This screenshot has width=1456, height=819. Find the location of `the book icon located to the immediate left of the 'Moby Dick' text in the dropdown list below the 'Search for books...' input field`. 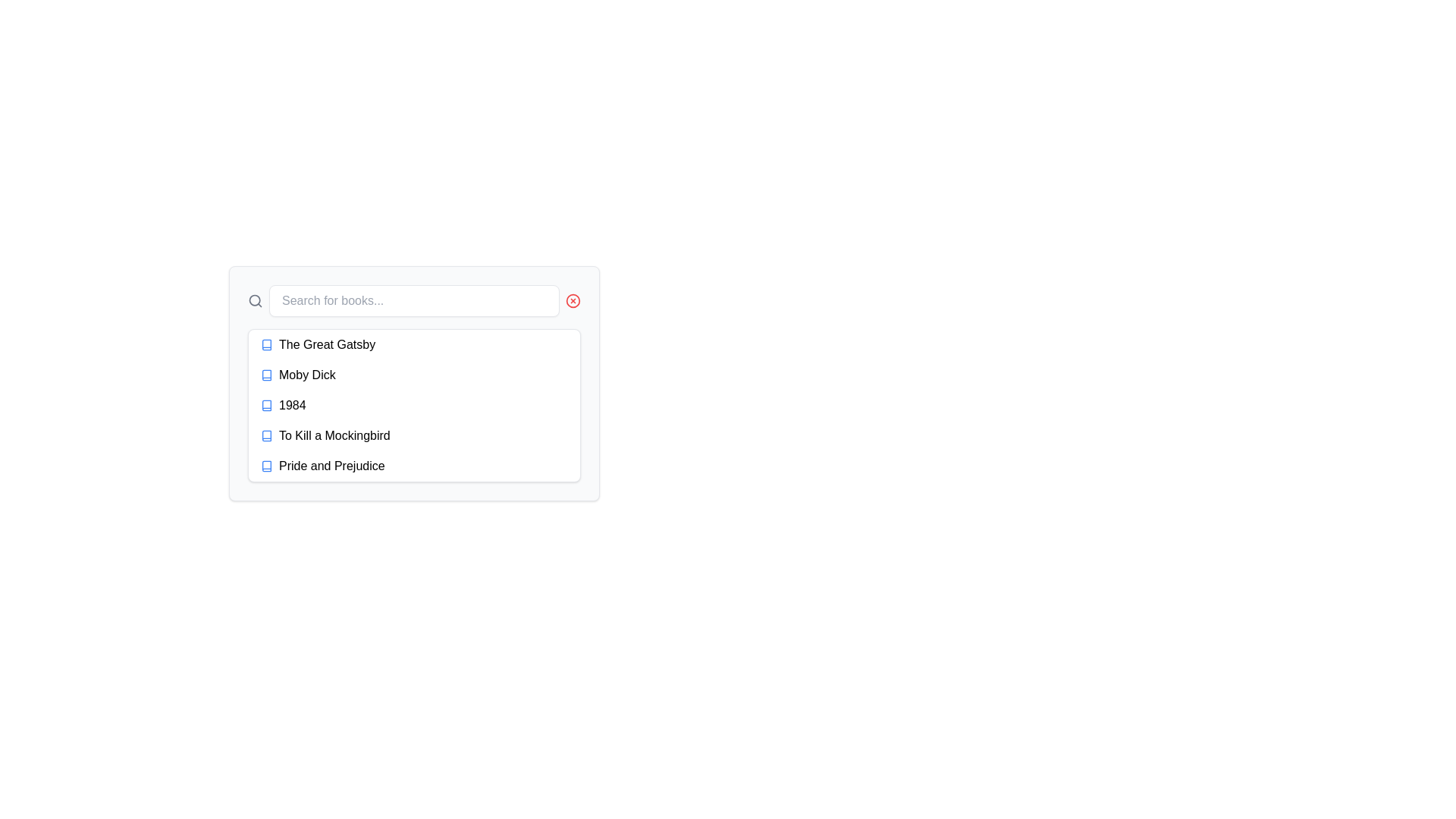

the book icon located to the immediate left of the 'Moby Dick' text in the dropdown list below the 'Search for books...' input field is located at coordinates (266, 375).